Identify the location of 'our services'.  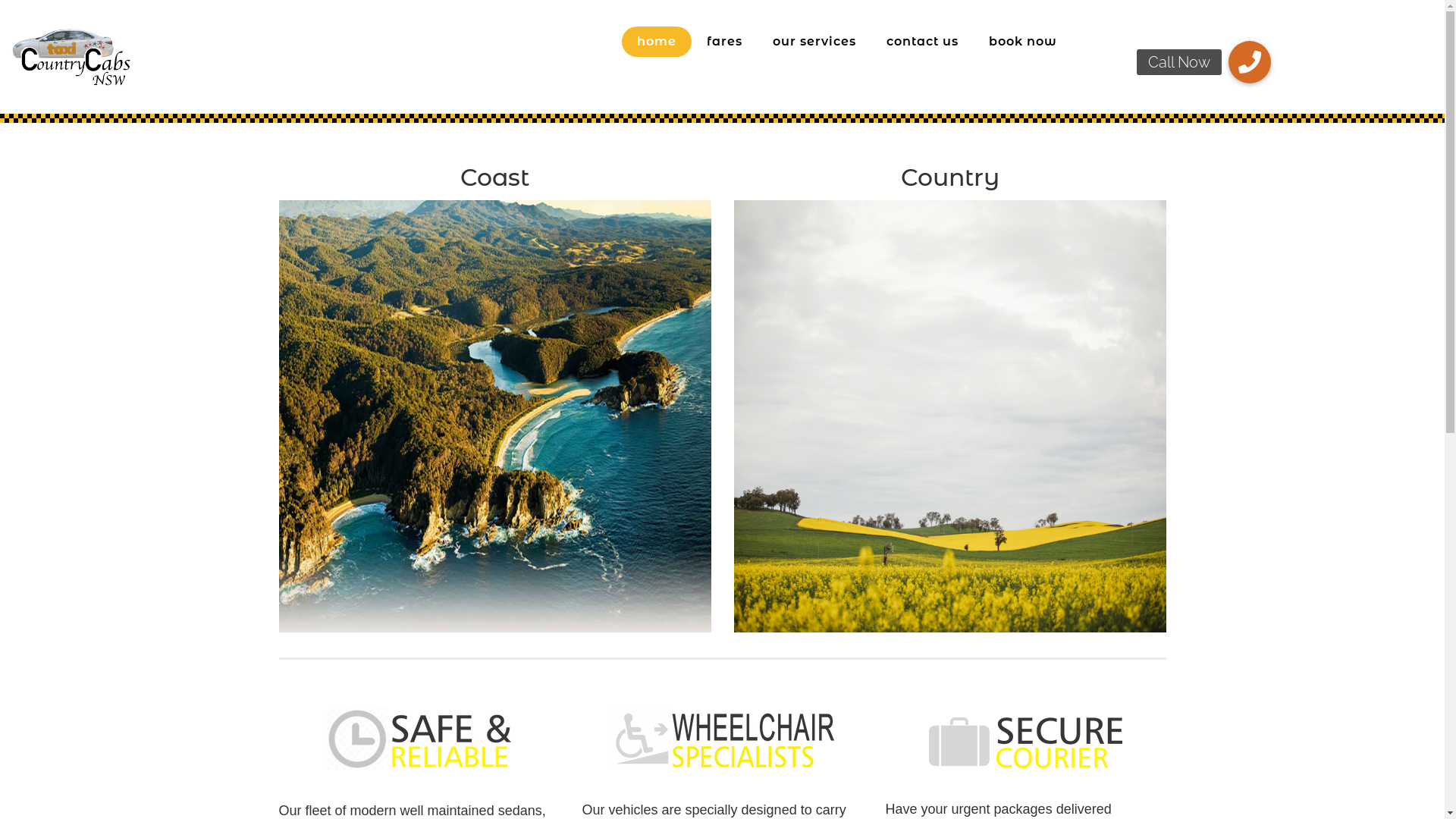
(757, 40).